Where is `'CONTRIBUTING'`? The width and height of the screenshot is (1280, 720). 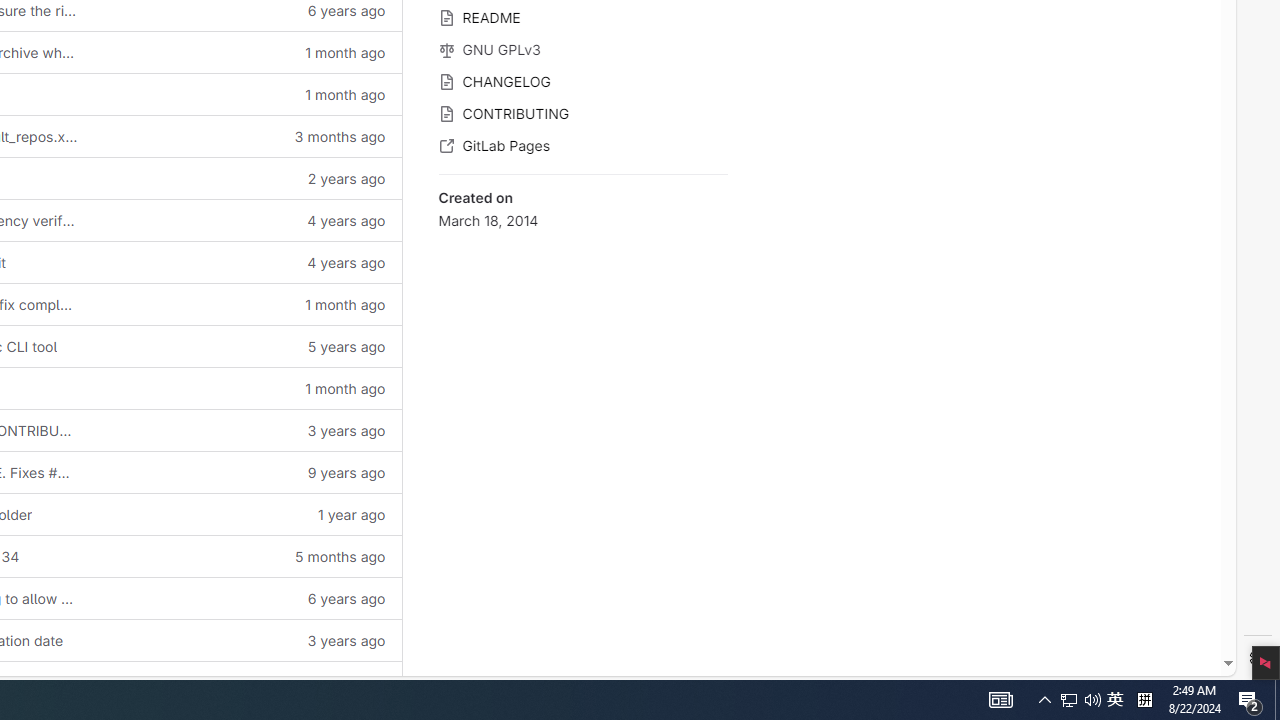
'CONTRIBUTING' is located at coordinates (582, 112).